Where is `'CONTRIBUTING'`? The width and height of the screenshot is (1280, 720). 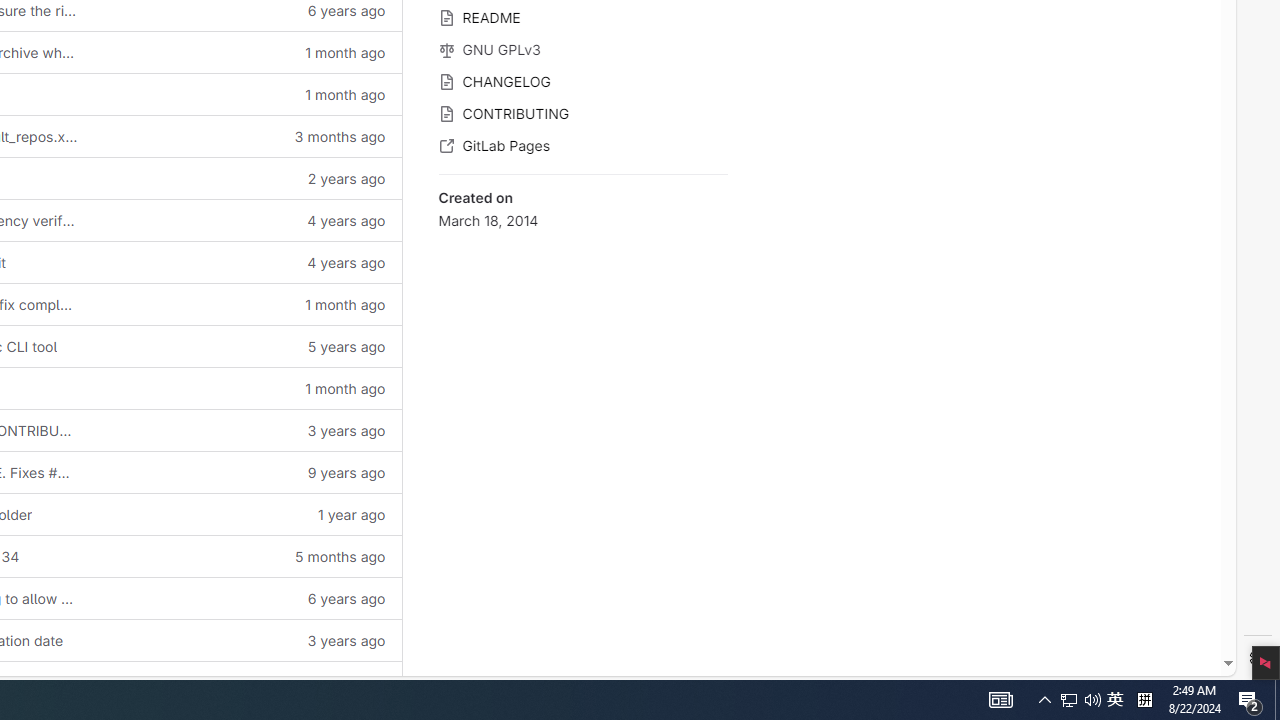
'CONTRIBUTING' is located at coordinates (582, 112).